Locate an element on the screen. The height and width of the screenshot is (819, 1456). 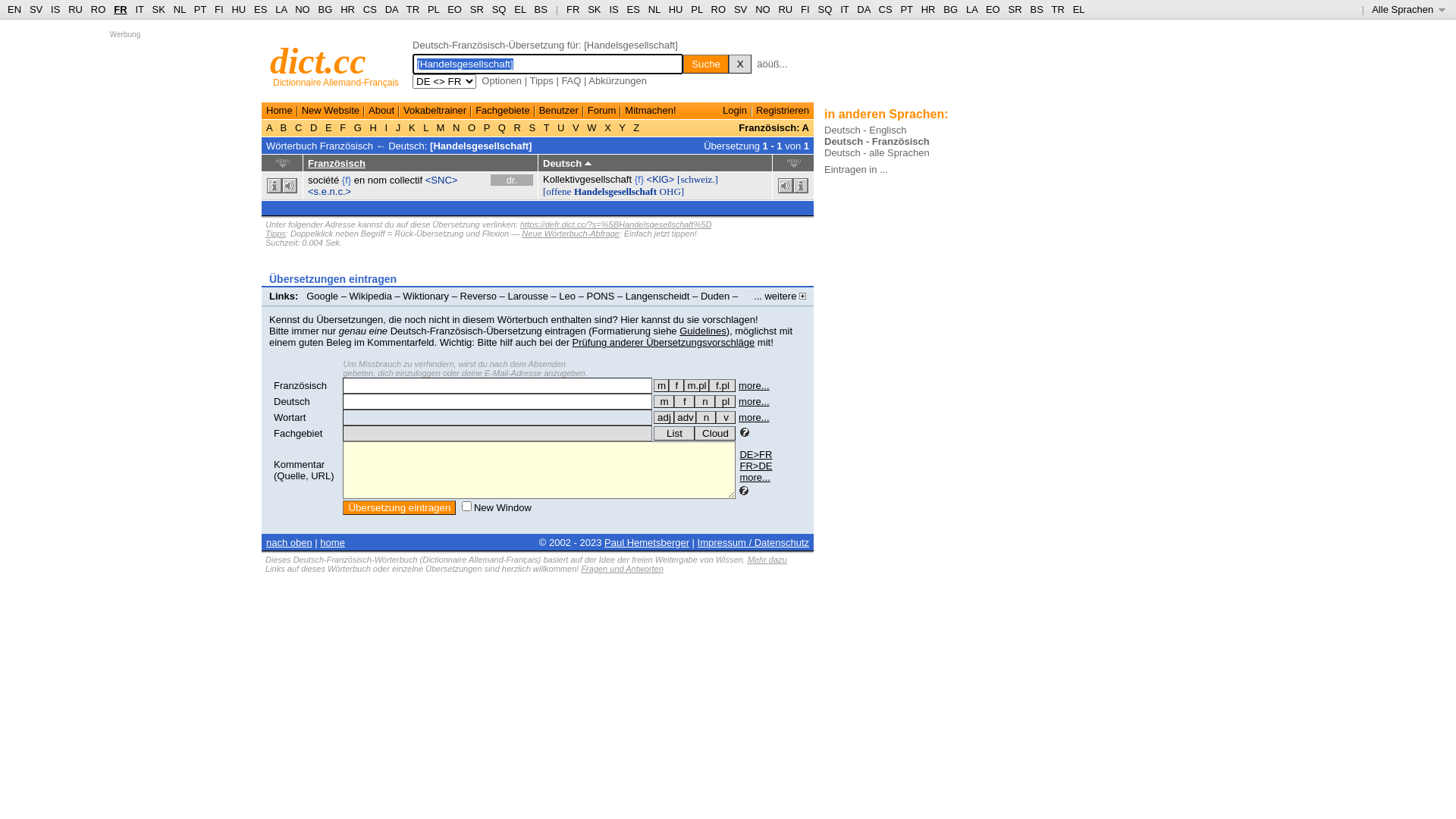
'CS' is located at coordinates (370, 9).